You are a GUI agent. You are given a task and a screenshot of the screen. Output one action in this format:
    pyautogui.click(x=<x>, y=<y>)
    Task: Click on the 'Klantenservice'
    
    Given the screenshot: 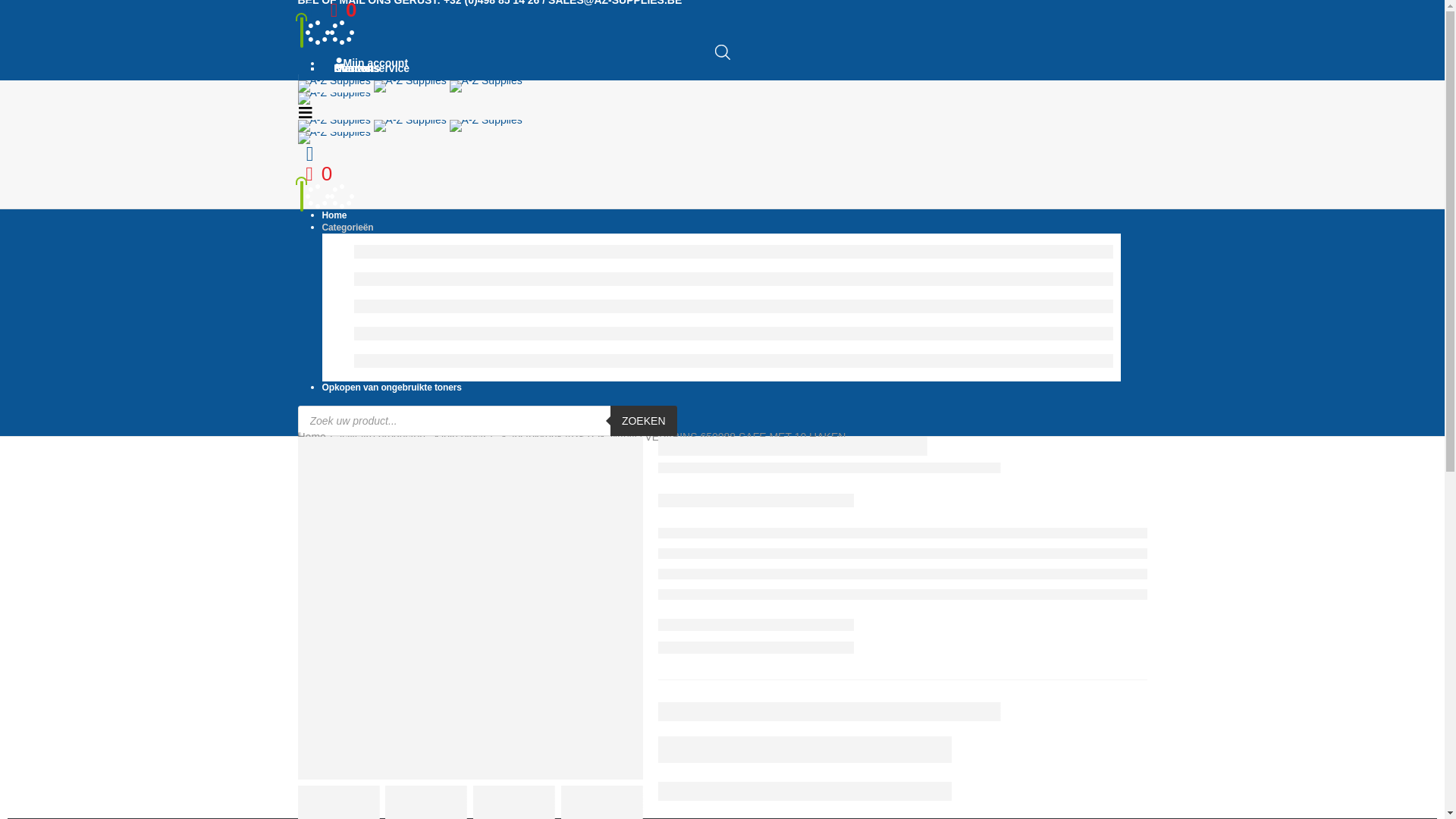 What is the action you would take?
    pyautogui.click(x=320, y=67)
    